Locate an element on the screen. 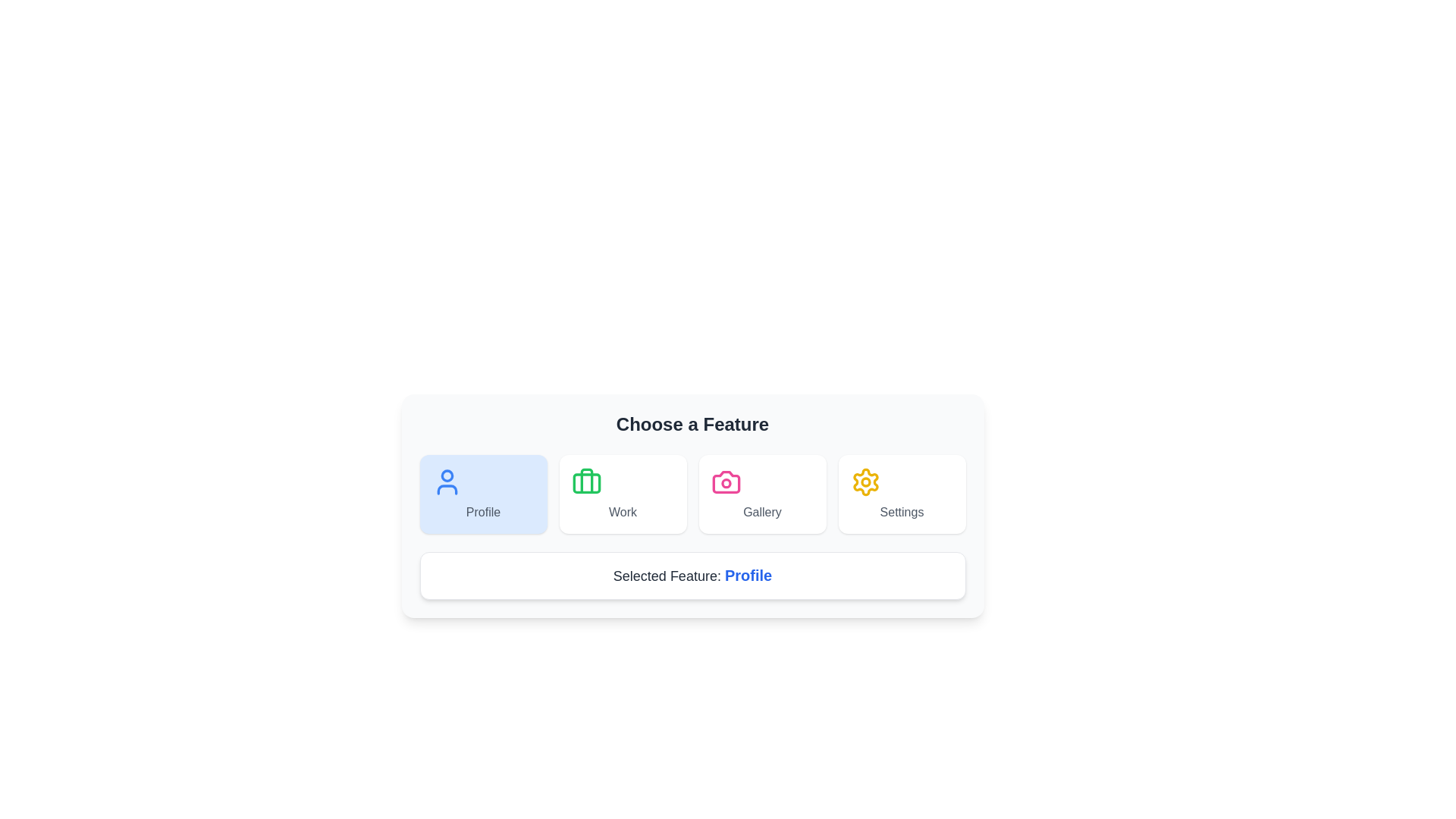  the 'Work' button, which is the second button in a four-item horizontal grid layout, located between the 'Profile' and 'Gallery' buttons, to trigger any hover-specific effects is located at coordinates (623, 494).